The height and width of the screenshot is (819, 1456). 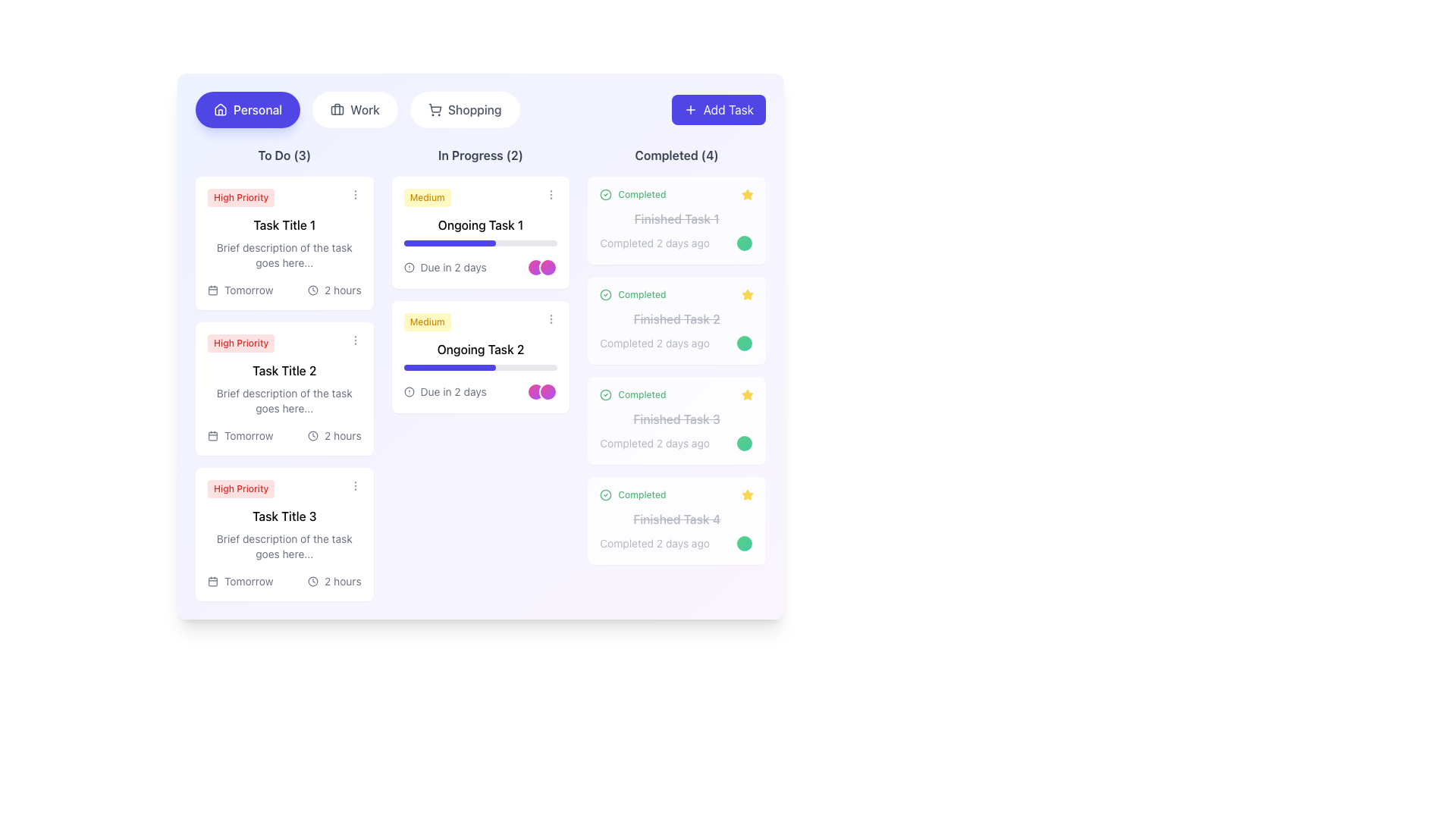 What do you see at coordinates (240, 435) in the screenshot?
I see `the Composite component consisting of a calendar icon and the text label 'Tomorrow' in the 'To Do' section under task 'Task Title 2'` at bounding box center [240, 435].